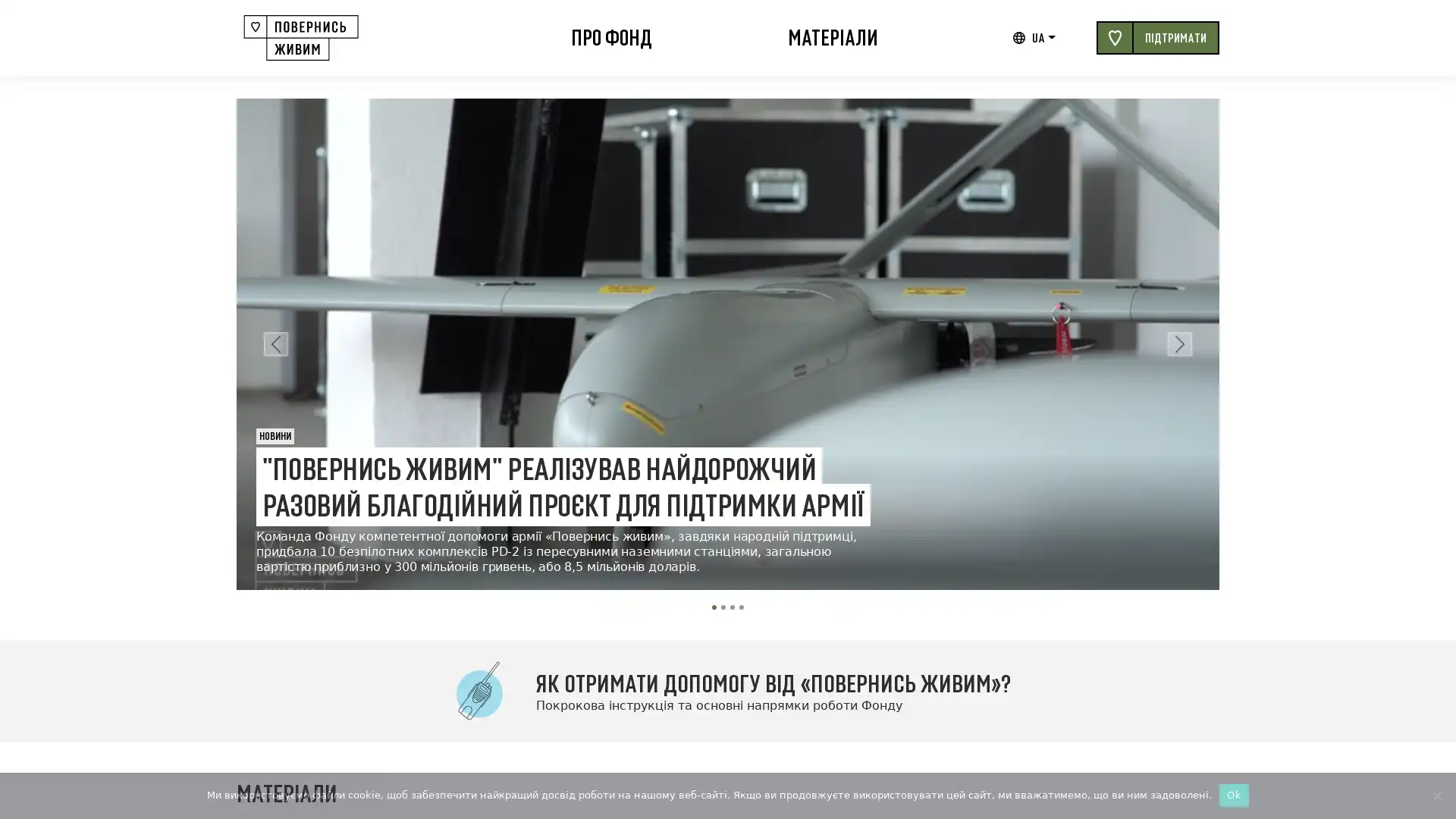 Image resolution: width=1456 pixels, height=819 pixels. I want to click on 2, so click(732, 607).